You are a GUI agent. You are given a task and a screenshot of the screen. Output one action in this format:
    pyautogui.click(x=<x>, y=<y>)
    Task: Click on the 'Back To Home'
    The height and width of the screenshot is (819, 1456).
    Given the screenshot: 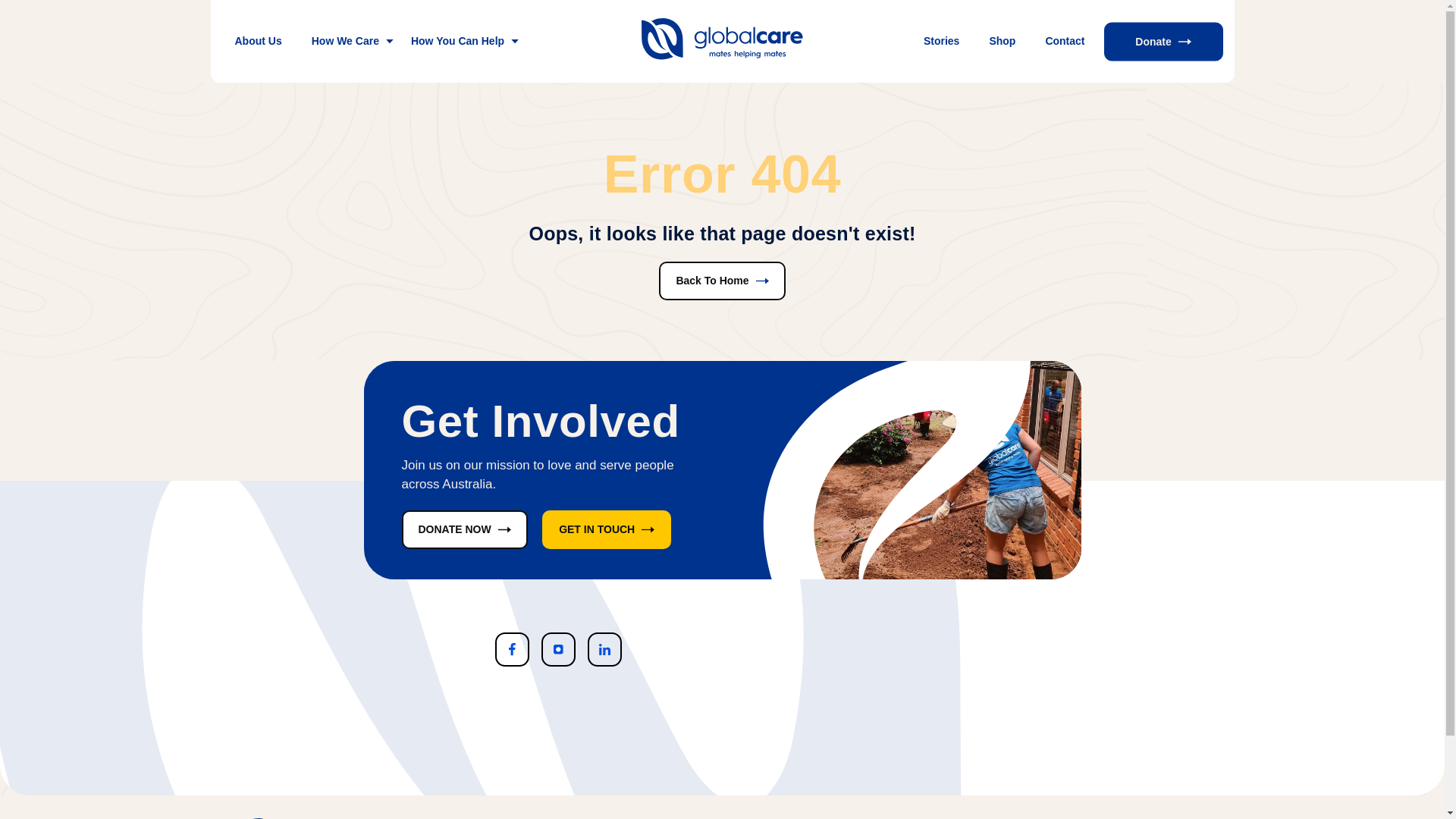 What is the action you would take?
    pyautogui.click(x=720, y=281)
    